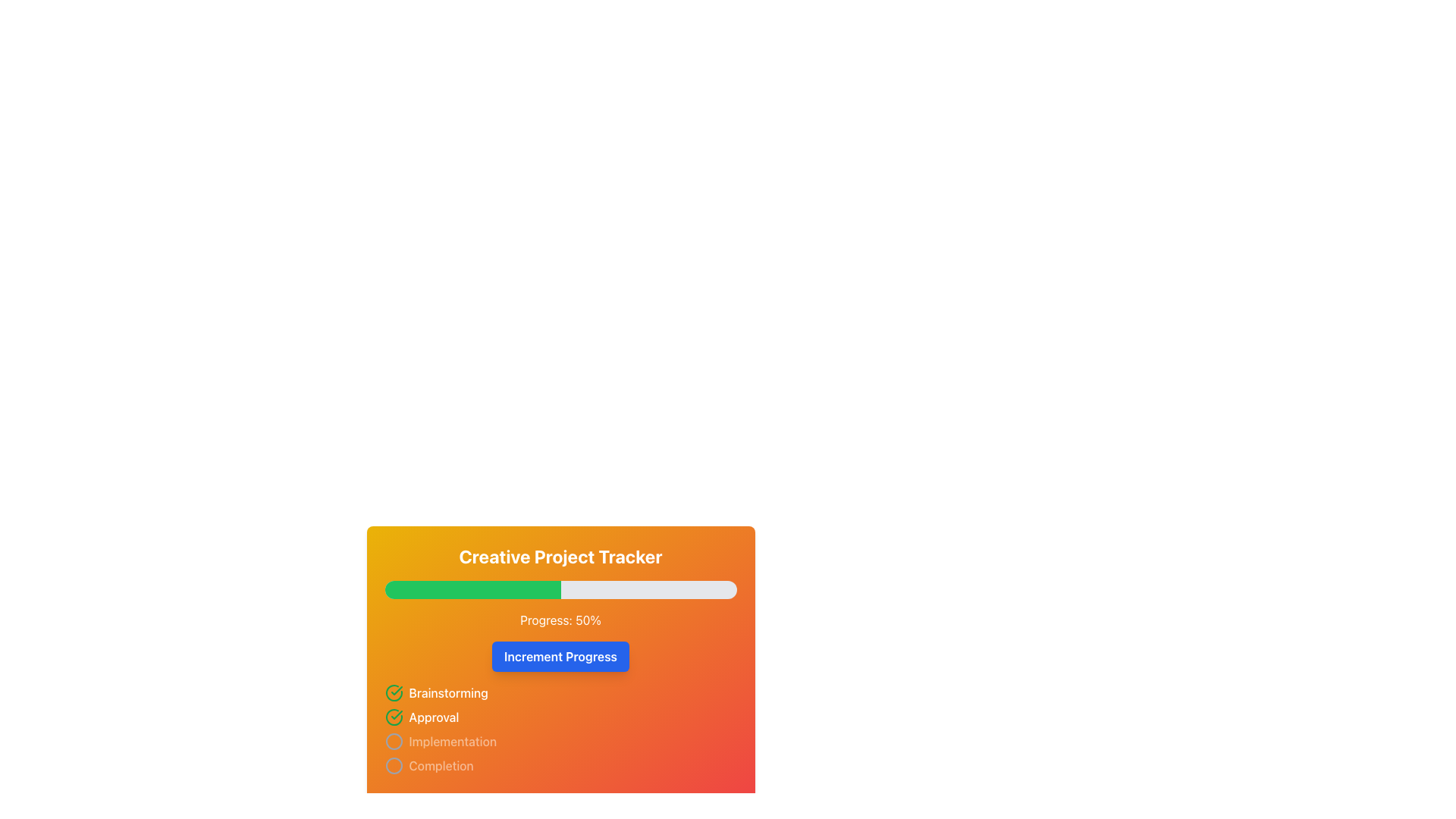 The width and height of the screenshot is (1456, 819). What do you see at coordinates (560, 620) in the screenshot?
I see `the Text Label displaying 'Progress: 50%' which is situated within the 'Creative Project Tracker' card component, located below the progress bar and above the 'Increment Progress' button` at bounding box center [560, 620].